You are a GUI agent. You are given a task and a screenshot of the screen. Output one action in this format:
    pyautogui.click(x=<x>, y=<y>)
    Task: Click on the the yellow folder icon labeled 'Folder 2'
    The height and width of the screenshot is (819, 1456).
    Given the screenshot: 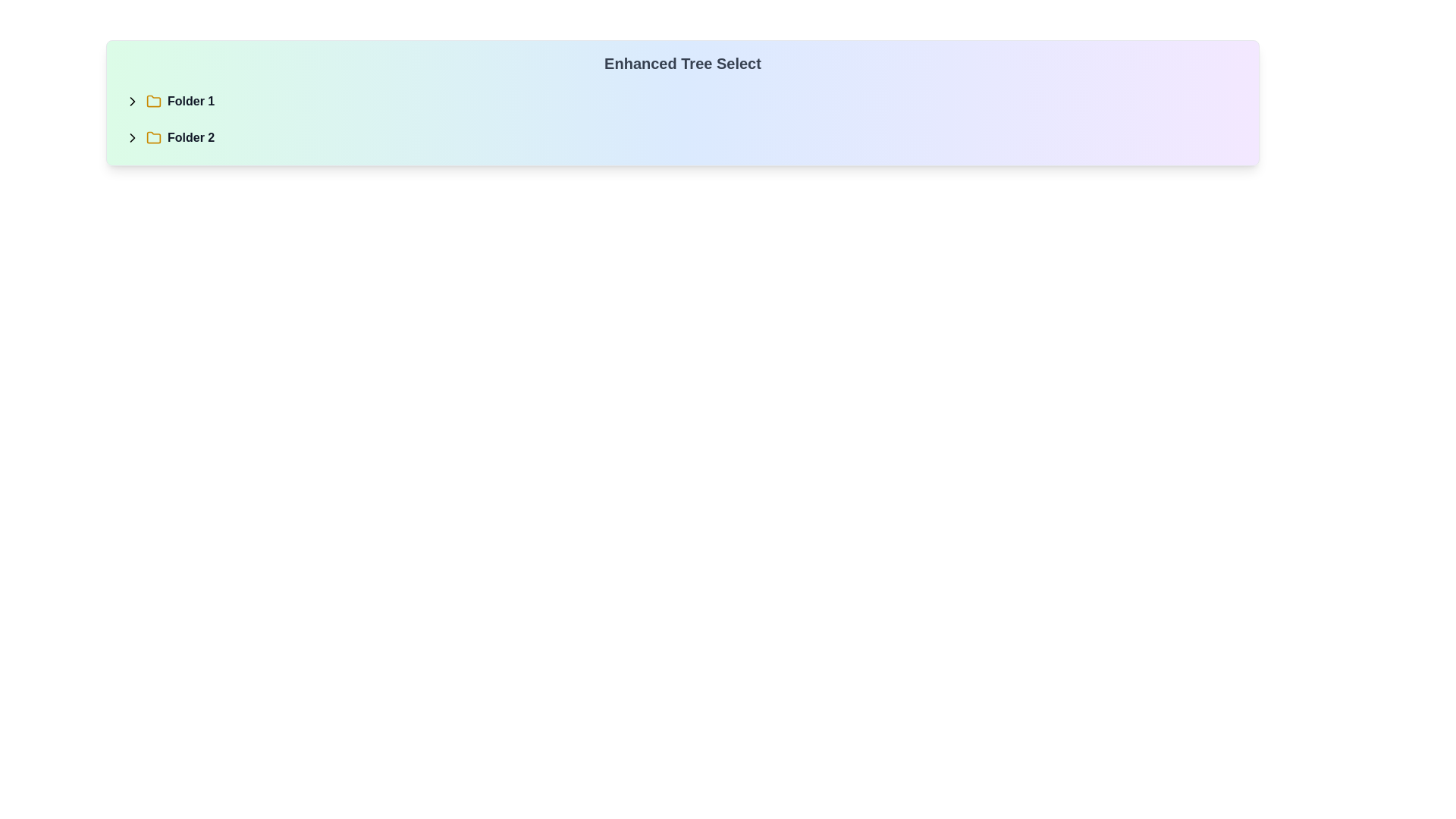 What is the action you would take?
    pyautogui.click(x=153, y=137)
    